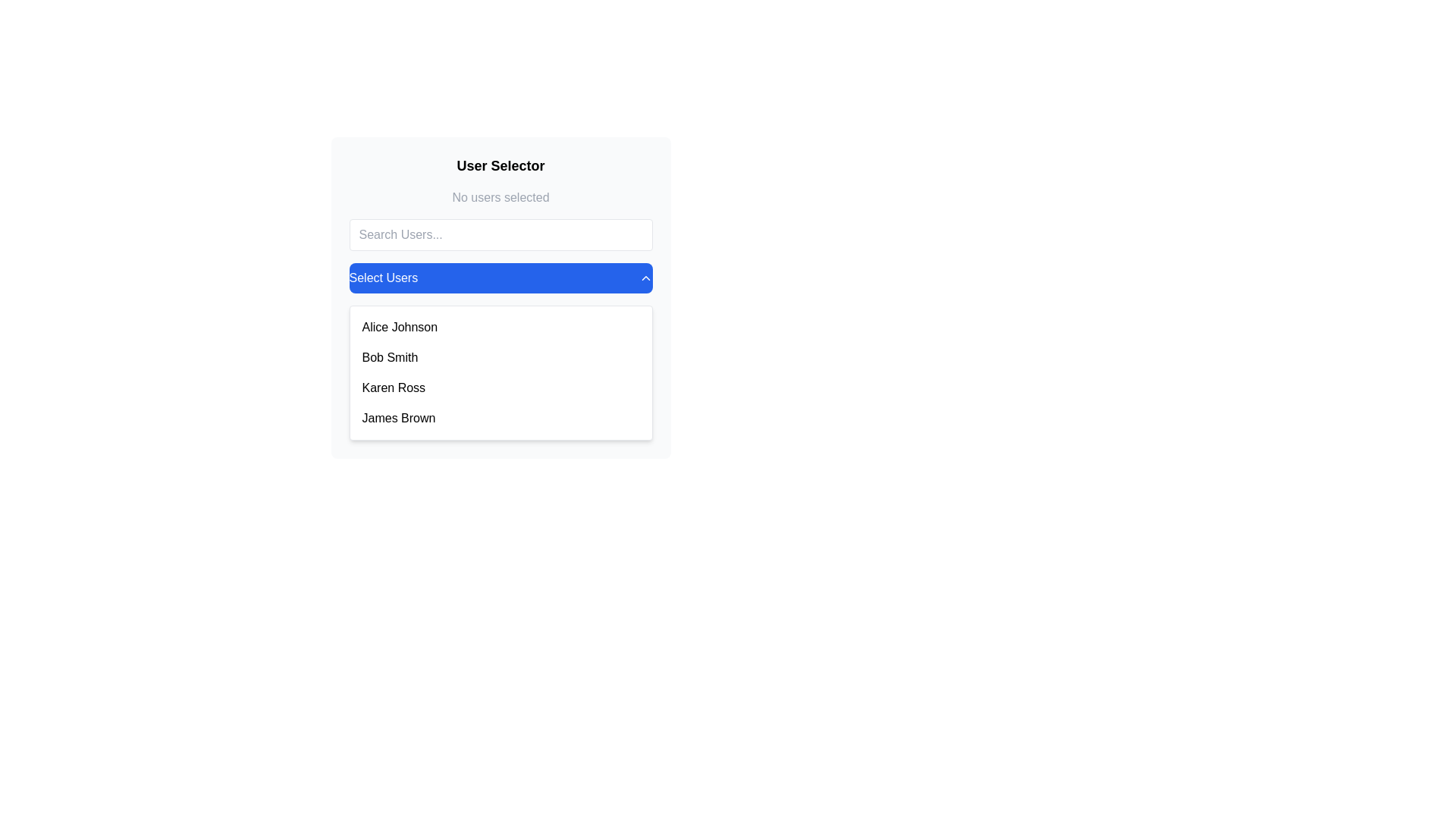  I want to click on the up chevron icon located on the far right side of the blue button labeled 'Select Users', so click(645, 278).